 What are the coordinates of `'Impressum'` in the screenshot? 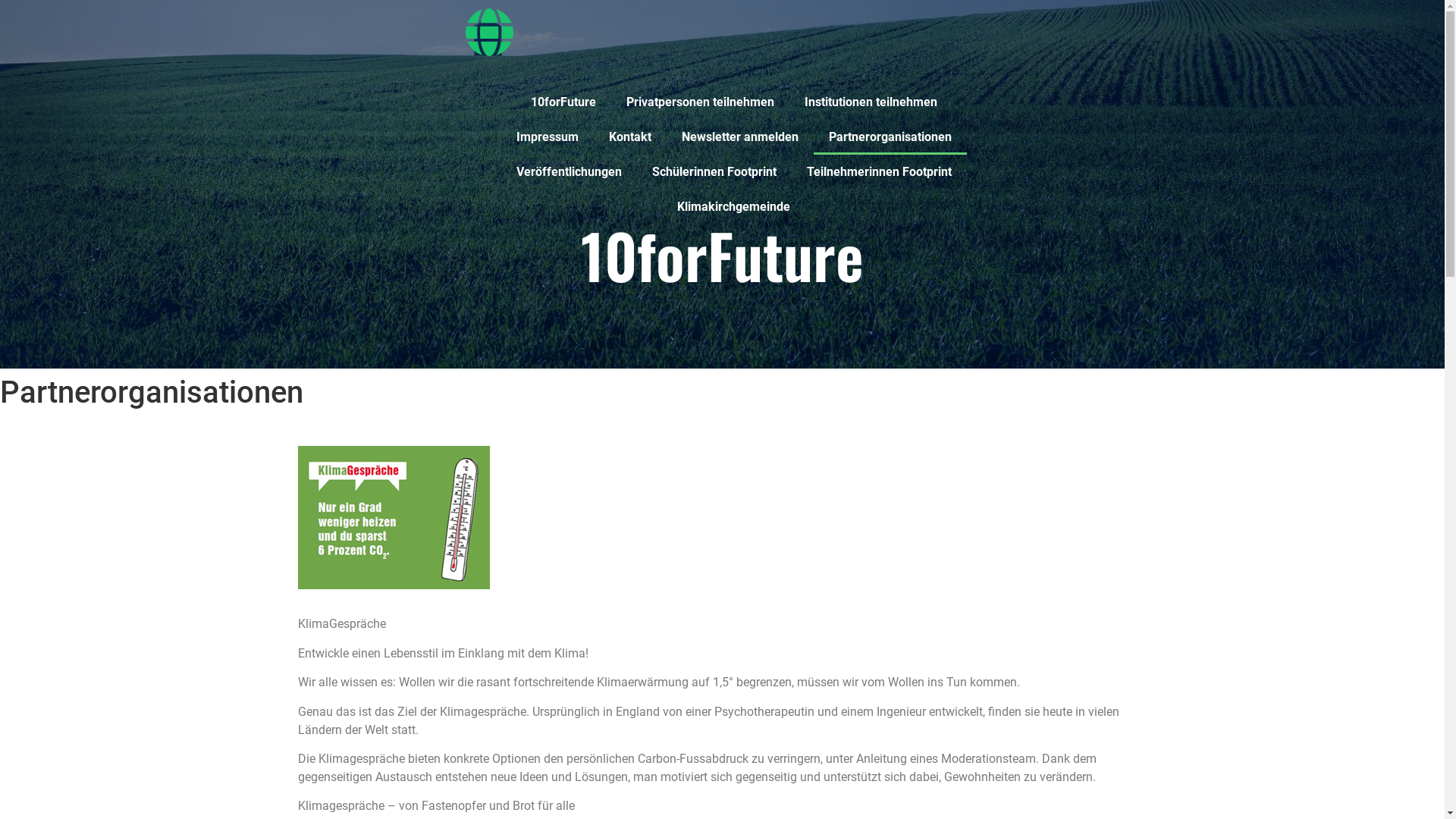 It's located at (546, 137).